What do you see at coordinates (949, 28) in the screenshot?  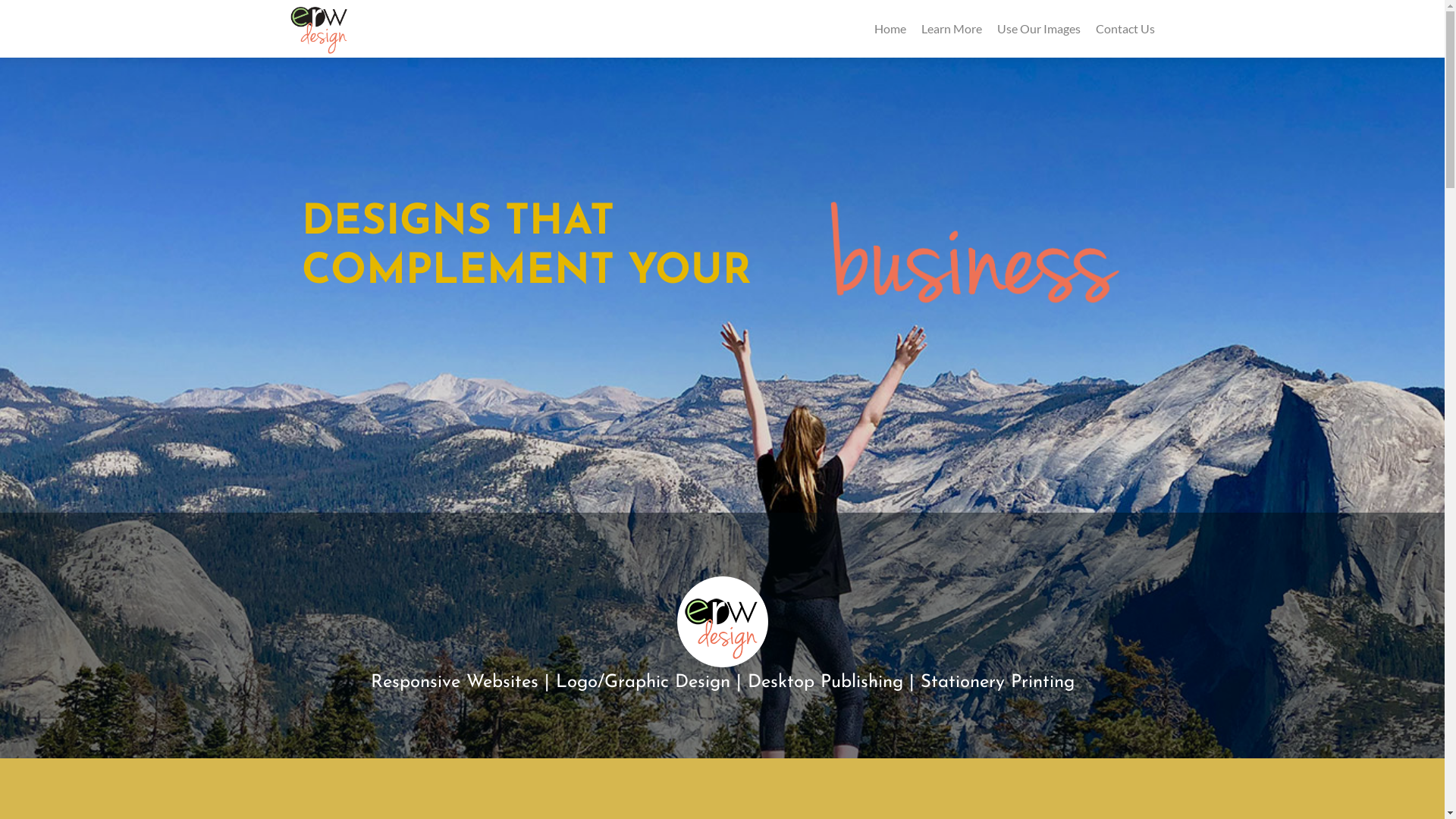 I see `'Learn More'` at bounding box center [949, 28].